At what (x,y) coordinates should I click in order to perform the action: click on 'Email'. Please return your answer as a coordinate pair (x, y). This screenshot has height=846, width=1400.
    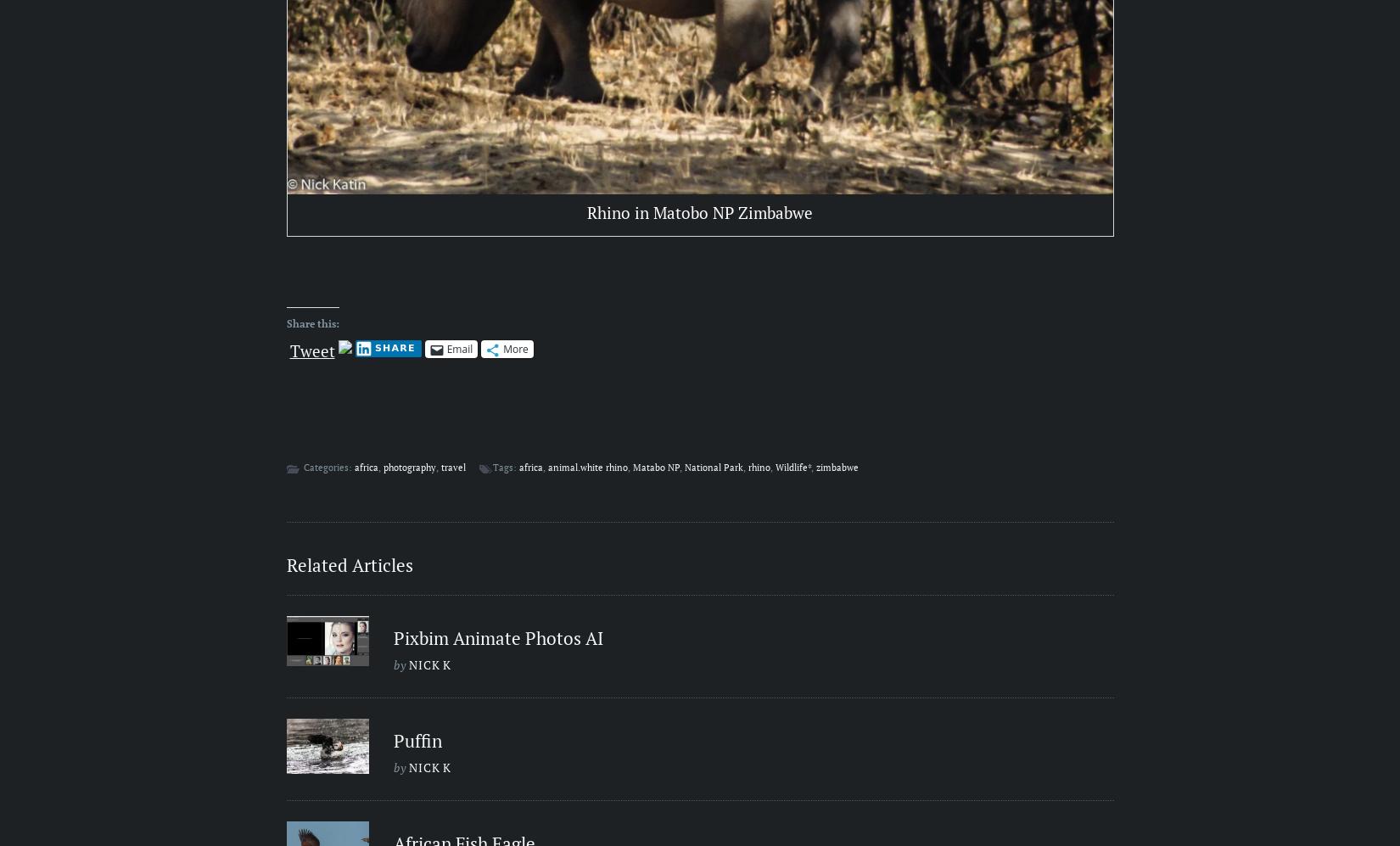
    Looking at the image, I should click on (458, 348).